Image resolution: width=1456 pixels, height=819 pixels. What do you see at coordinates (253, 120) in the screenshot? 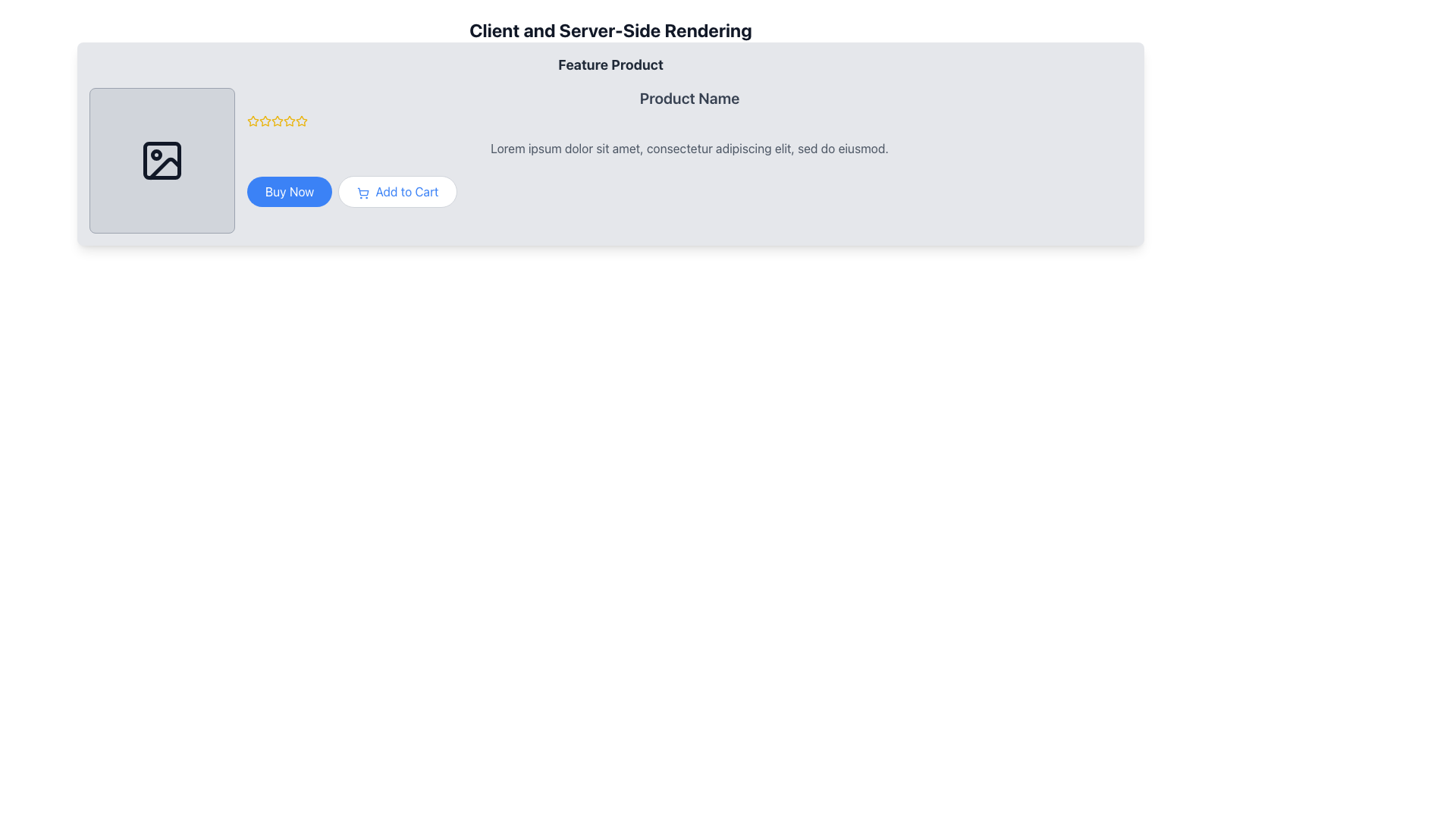
I see `the third star icon in the rating system` at bounding box center [253, 120].